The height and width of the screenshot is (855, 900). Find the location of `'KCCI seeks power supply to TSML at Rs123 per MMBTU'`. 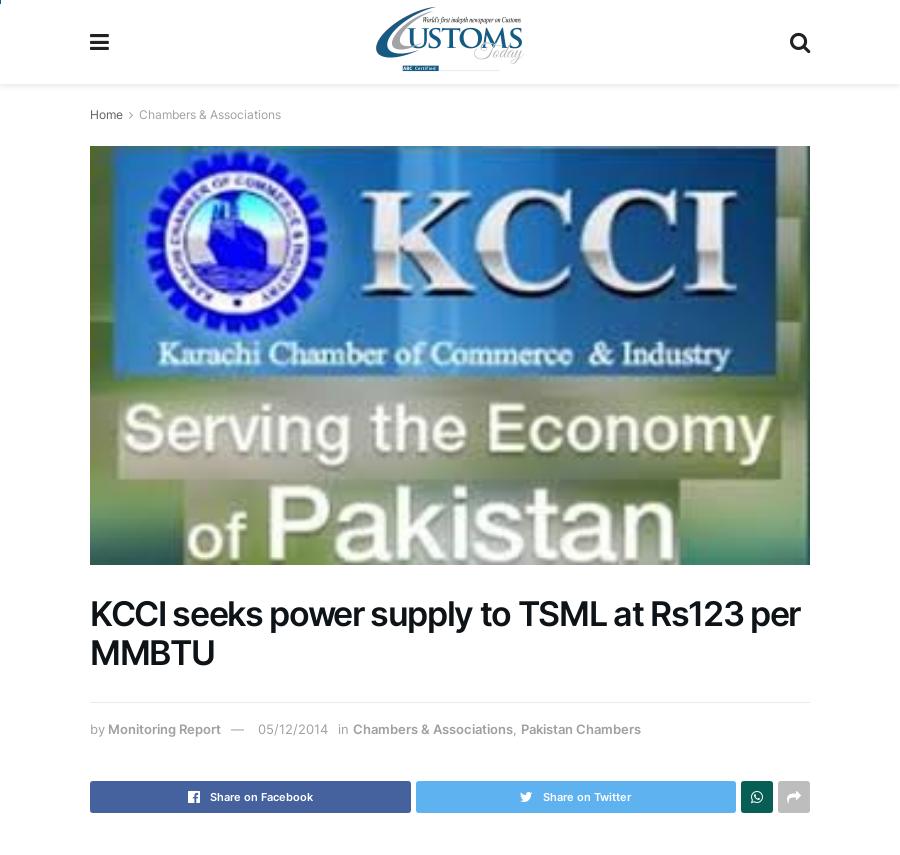

'KCCI seeks power supply to TSML at Rs123 per MMBTU' is located at coordinates (89, 631).